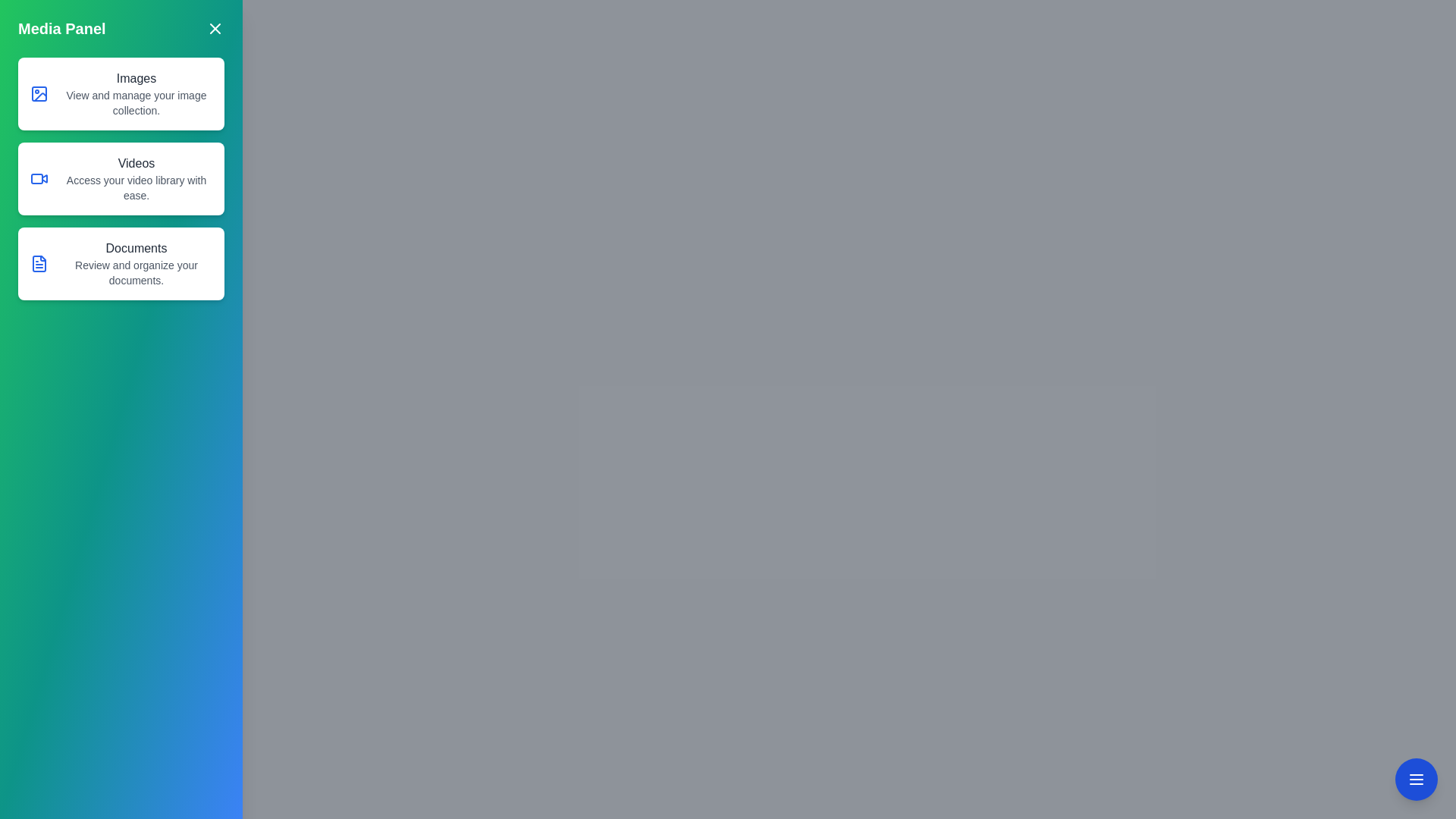 This screenshot has width=1456, height=819. I want to click on text from the Static Text Label that displays 'Access your video library with ease.' located in the 'Videos' section of the left-hand side panel, positioned below the heading 'Videos', so click(136, 187).